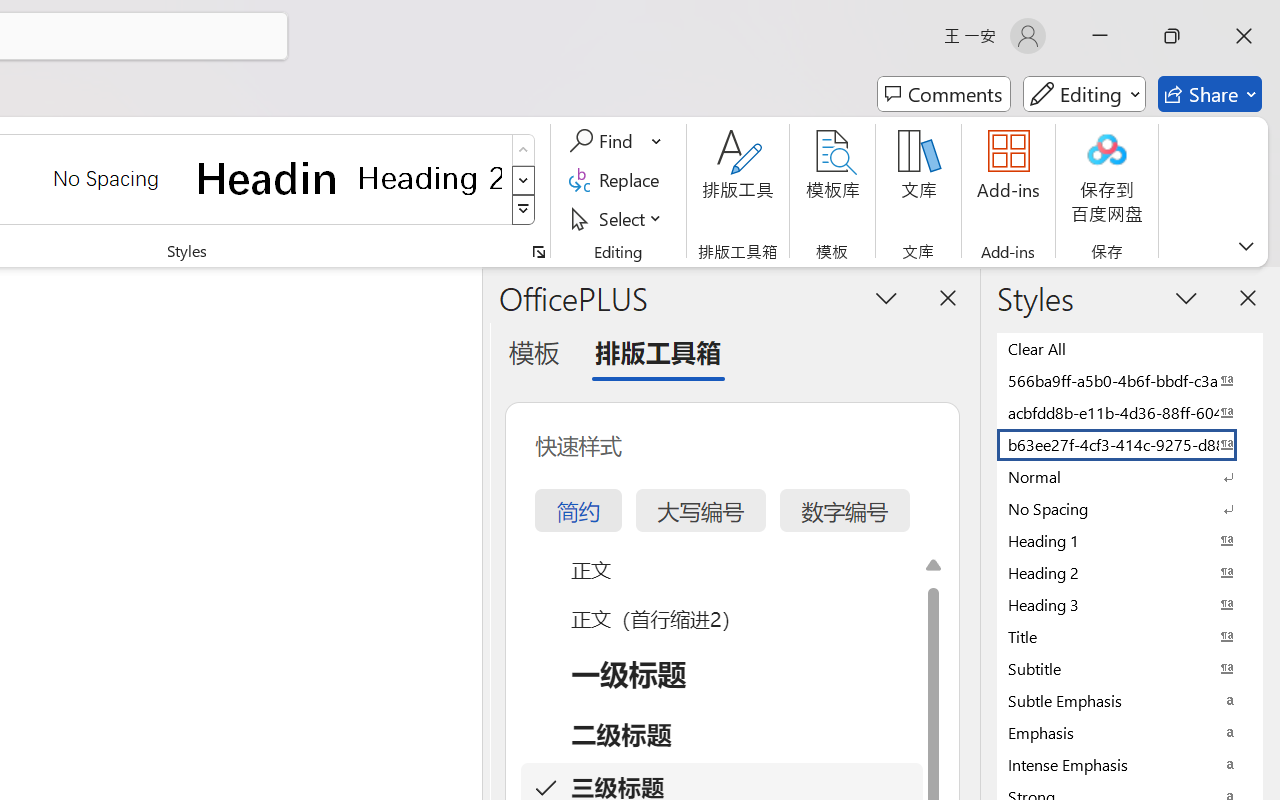  I want to click on 'Heading 2', so click(429, 177).